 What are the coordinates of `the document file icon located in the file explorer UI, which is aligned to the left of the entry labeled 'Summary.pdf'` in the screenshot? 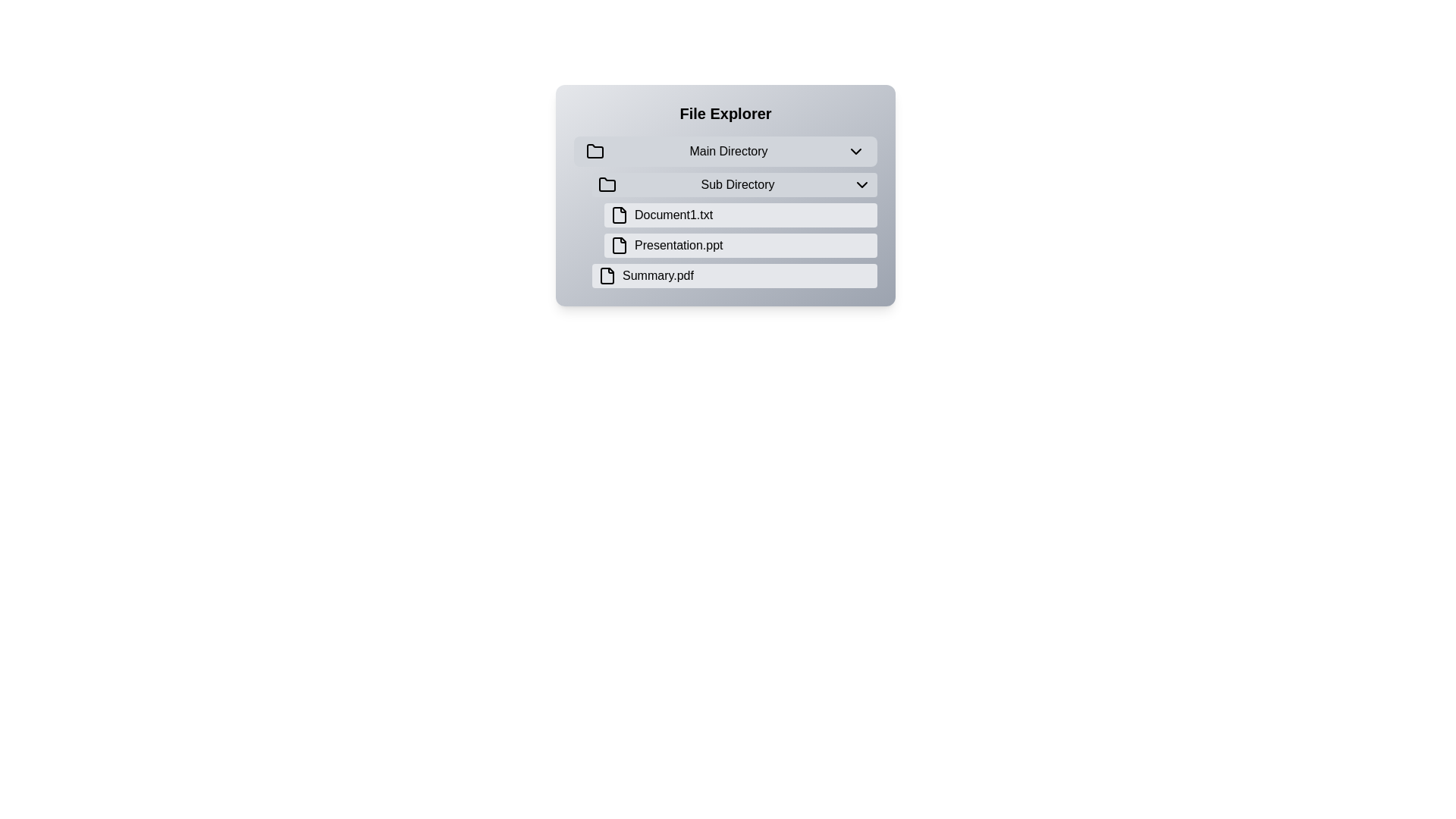 It's located at (607, 275).